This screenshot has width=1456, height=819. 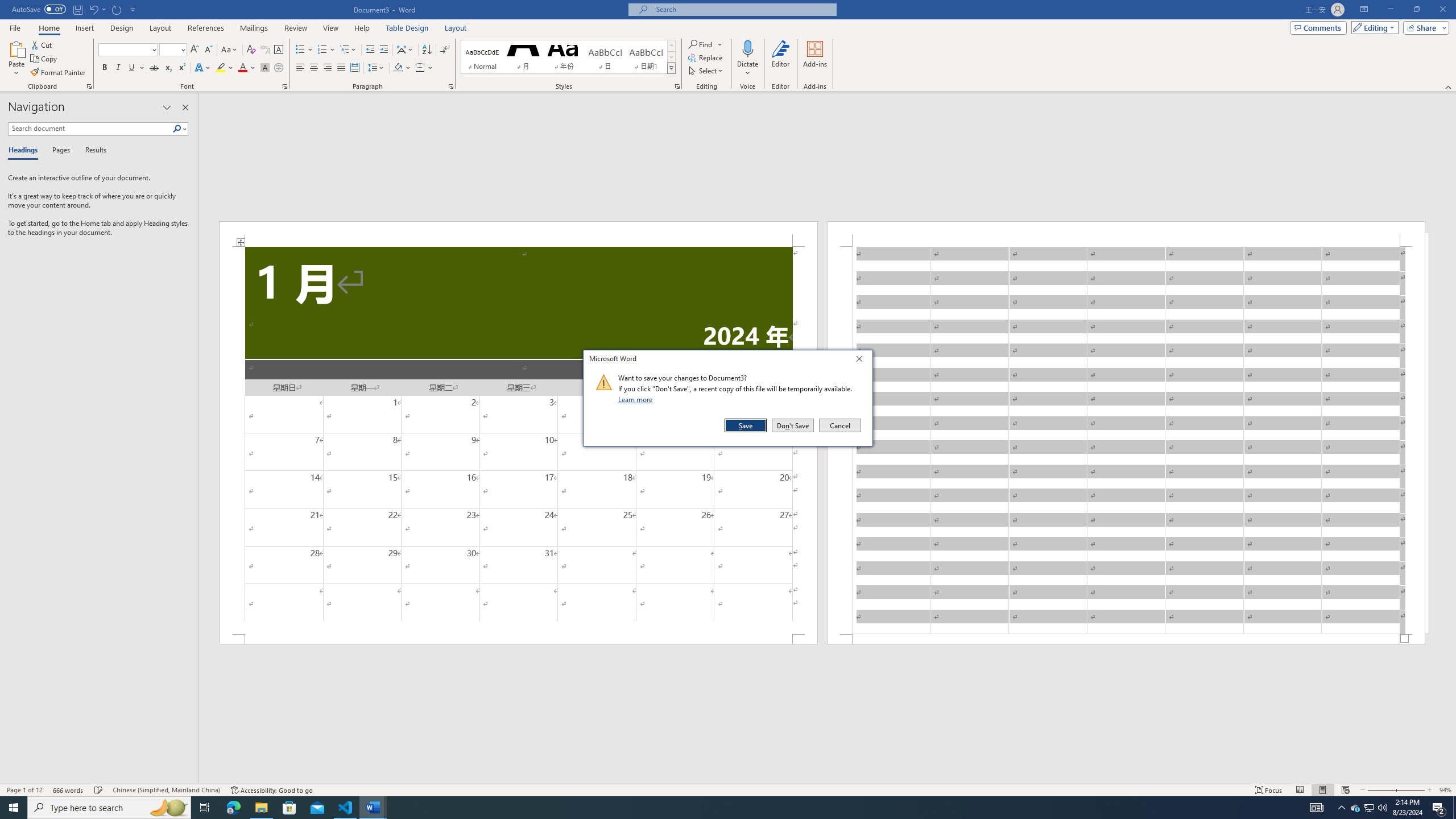 I want to click on 'System', so click(x=6, y=5).